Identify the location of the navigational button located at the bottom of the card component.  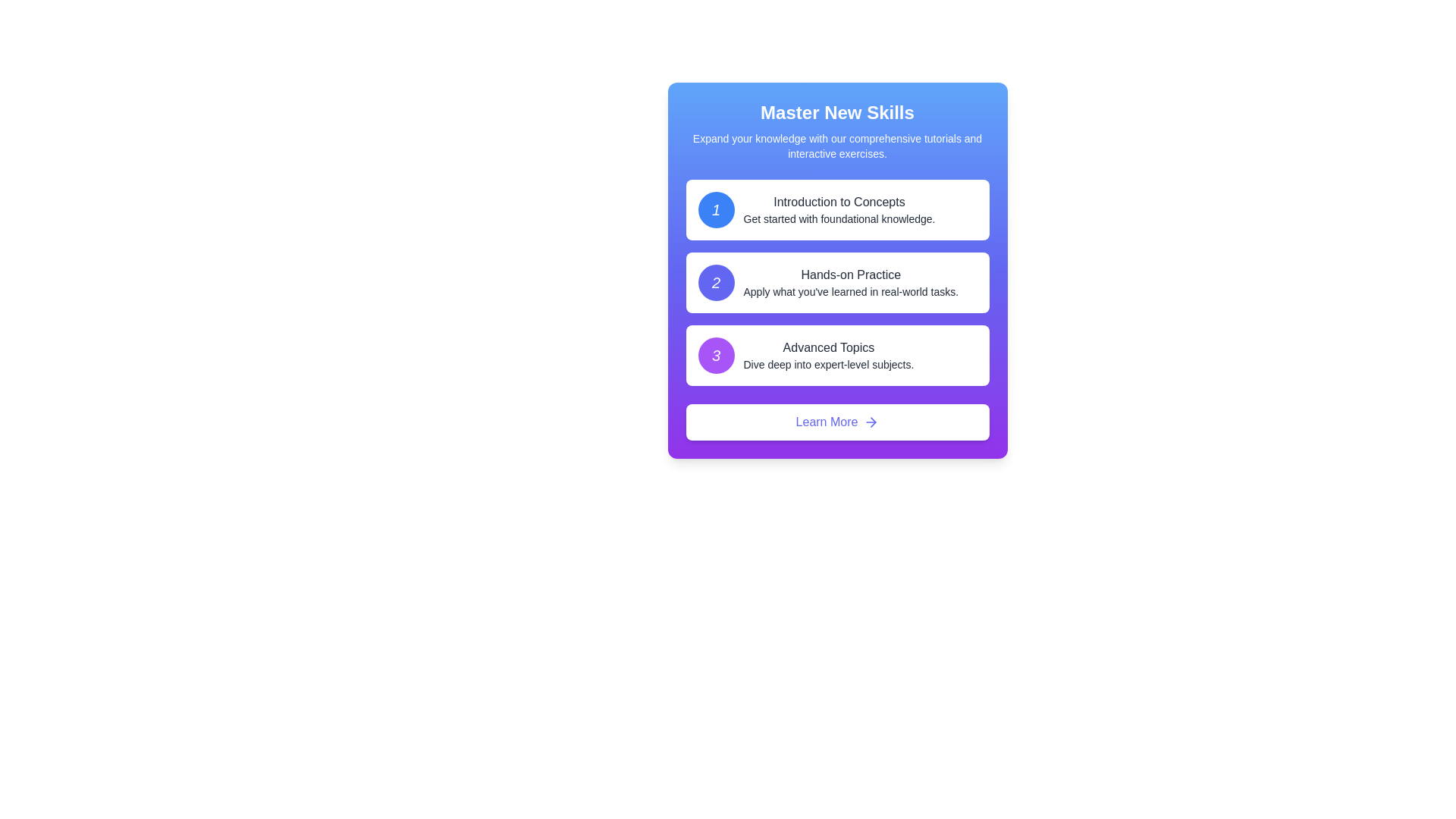
(836, 422).